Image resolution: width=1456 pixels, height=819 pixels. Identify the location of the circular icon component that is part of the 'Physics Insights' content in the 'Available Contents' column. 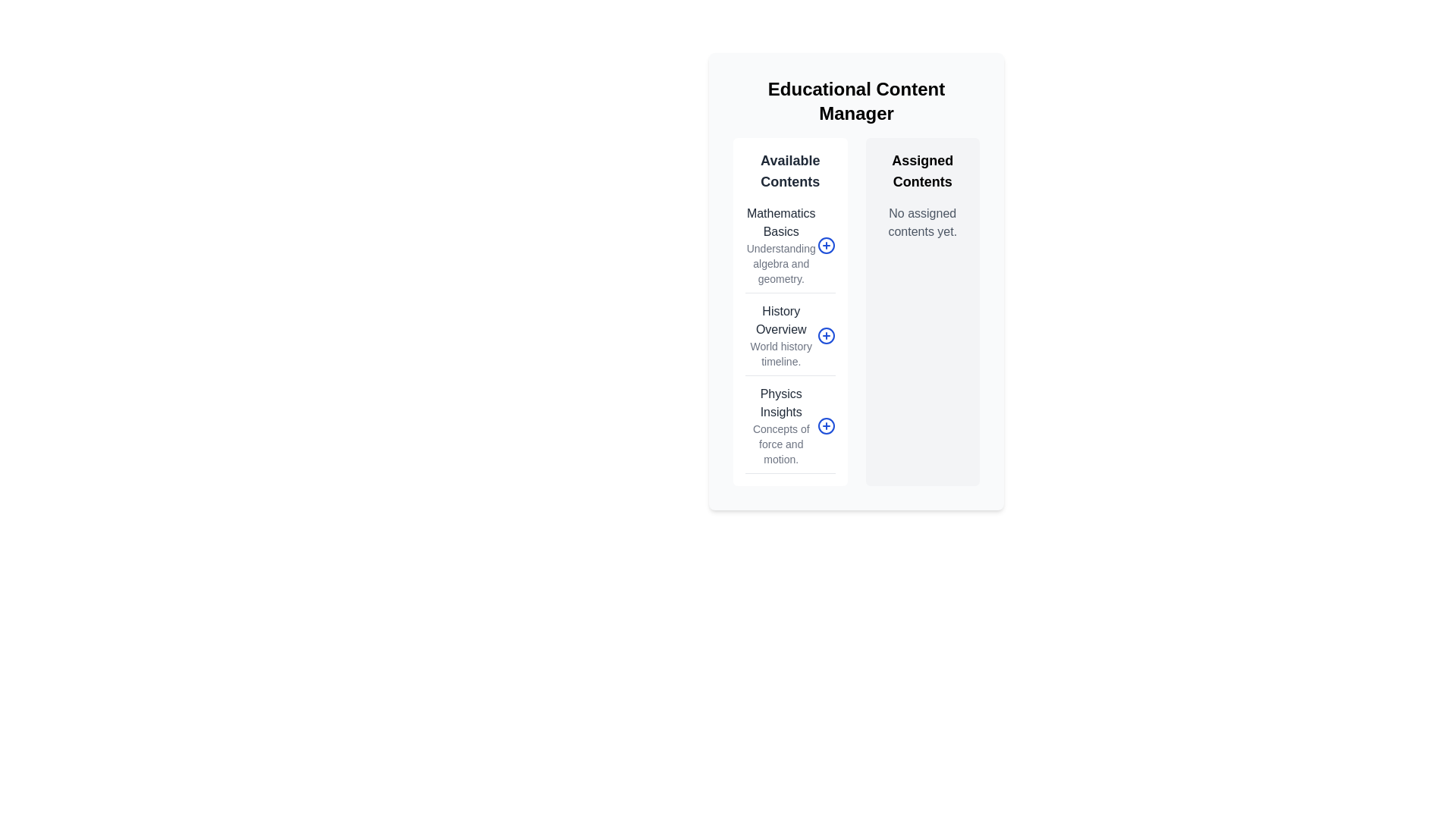
(825, 426).